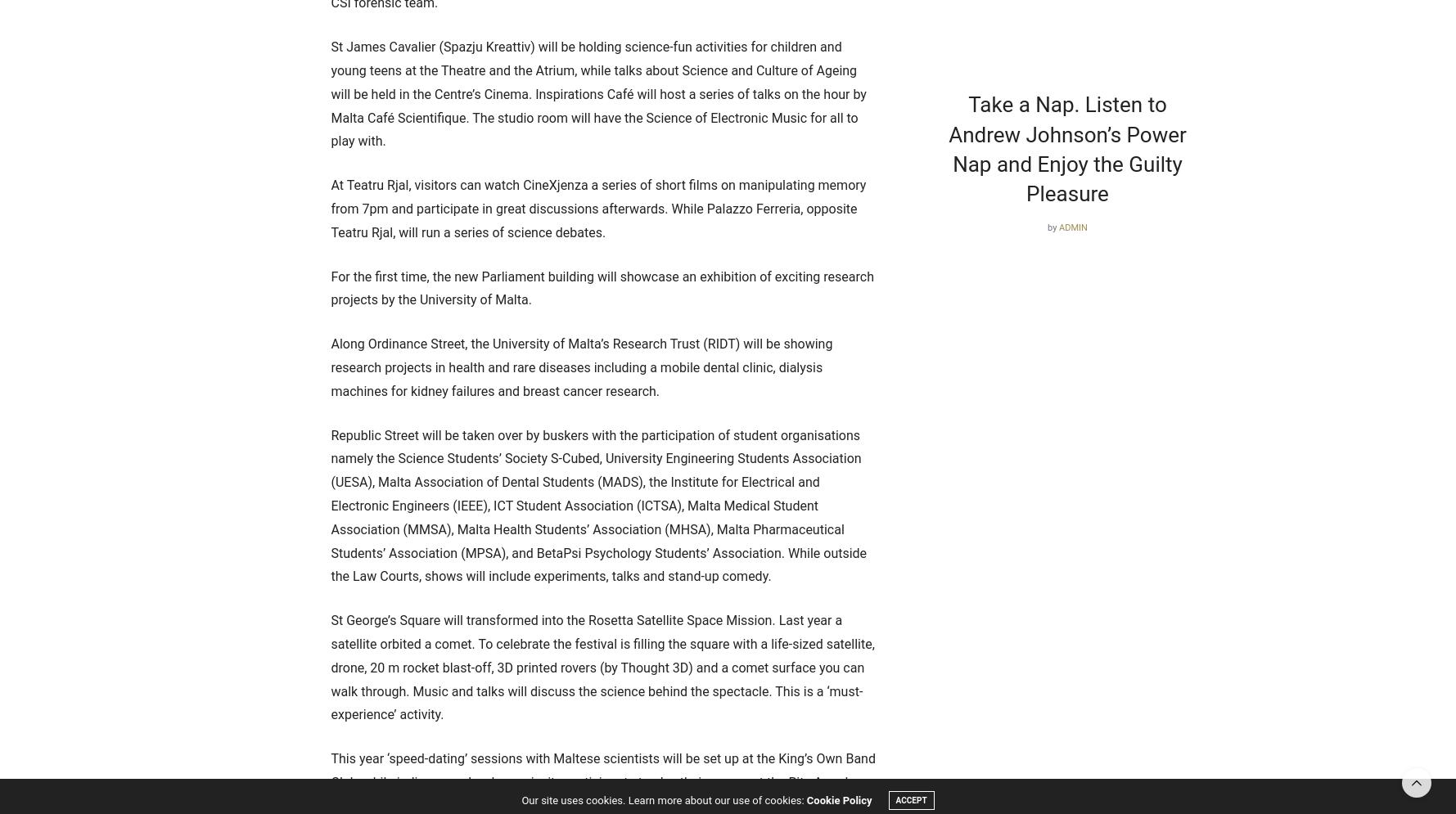 This screenshot has width=1456, height=814. What do you see at coordinates (637, 134) in the screenshot?
I see `'Plan Some Quality Time with Your Favourite Person'` at bounding box center [637, 134].